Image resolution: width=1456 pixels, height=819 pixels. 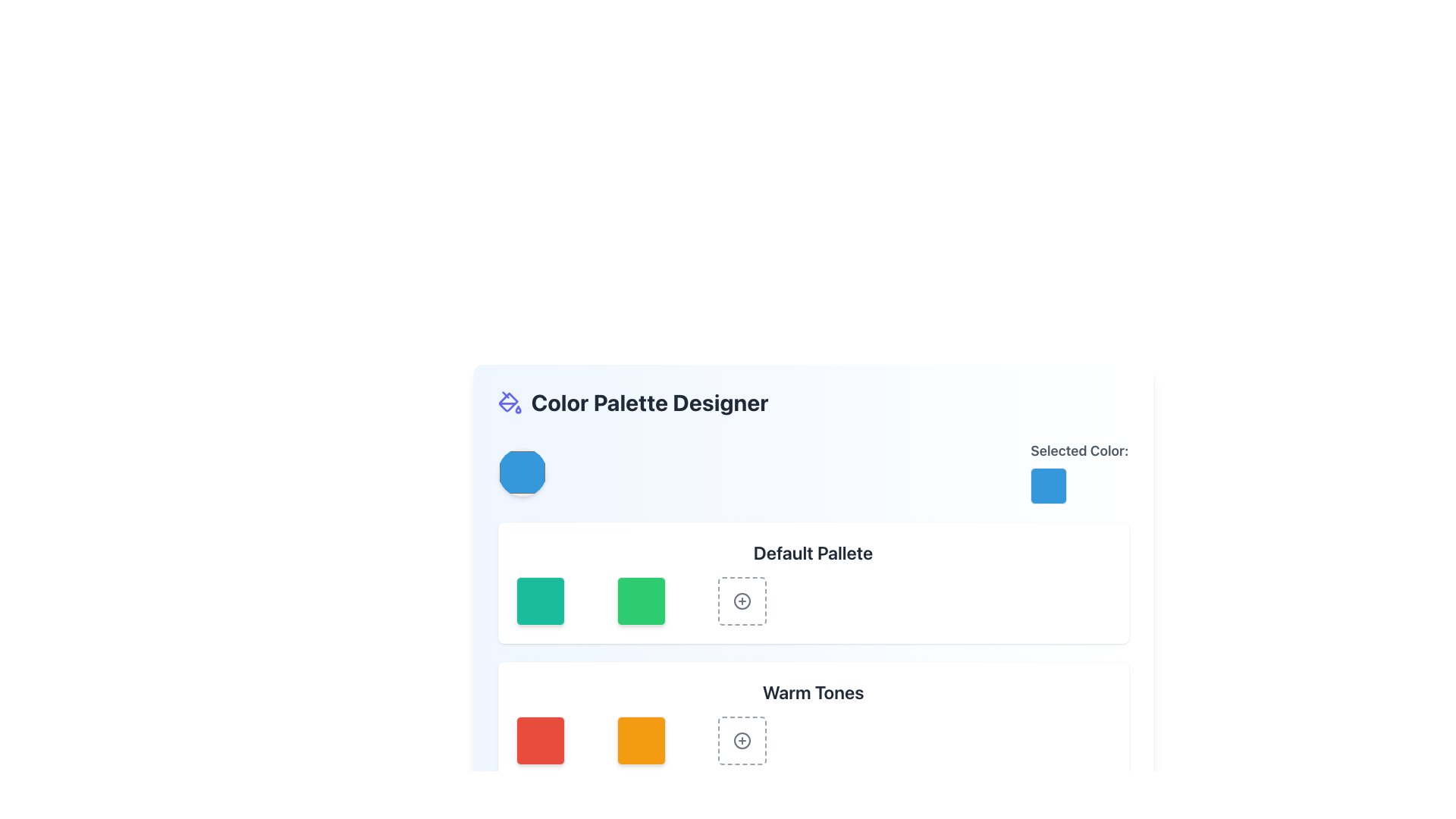 I want to click on the square button with a dashed gray border and a circular plus sign icon, which is the third item in the row under the 'Default Palette' label, so click(x=742, y=601).